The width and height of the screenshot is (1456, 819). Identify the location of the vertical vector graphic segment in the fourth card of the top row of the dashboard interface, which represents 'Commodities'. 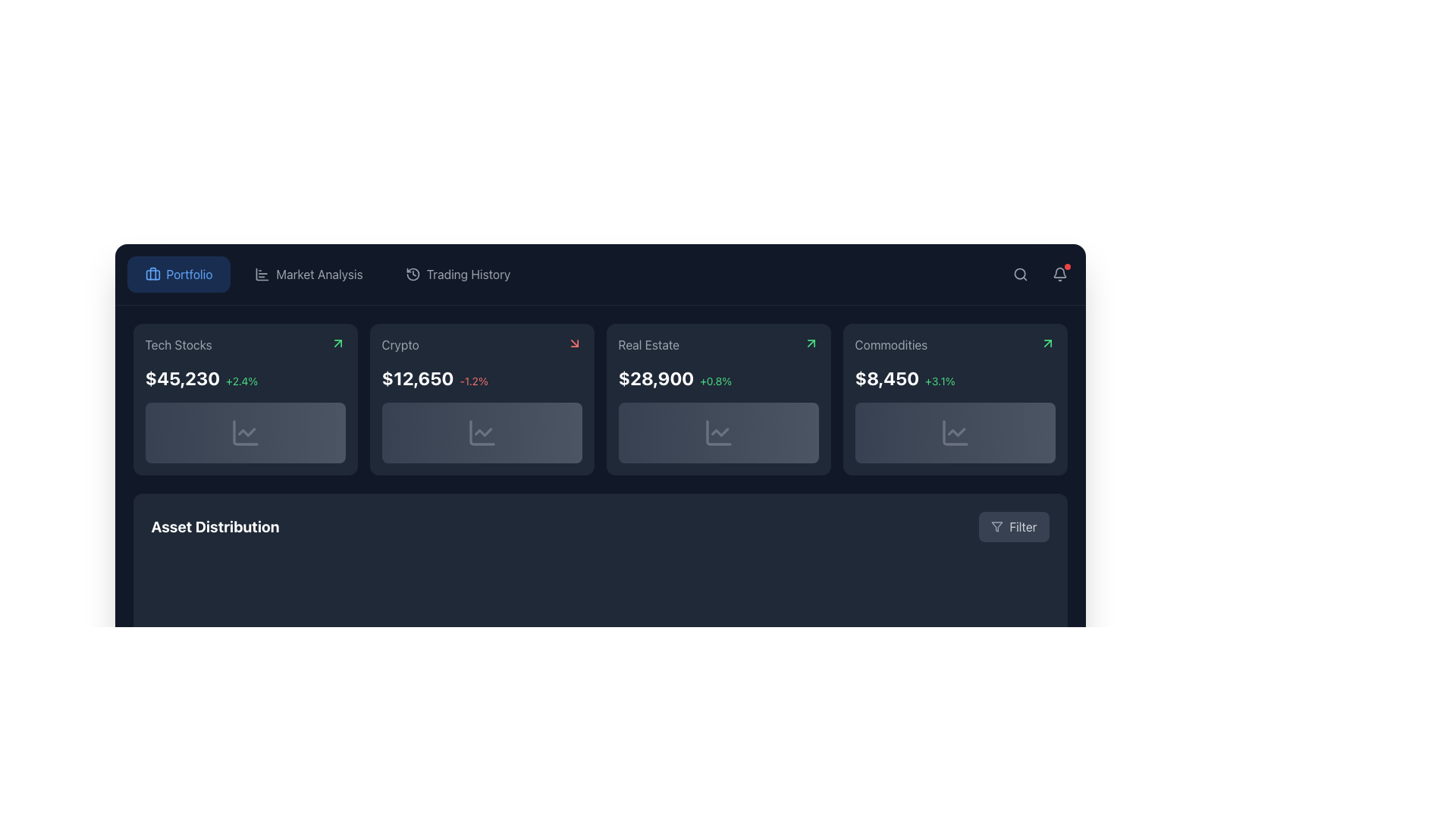
(954, 432).